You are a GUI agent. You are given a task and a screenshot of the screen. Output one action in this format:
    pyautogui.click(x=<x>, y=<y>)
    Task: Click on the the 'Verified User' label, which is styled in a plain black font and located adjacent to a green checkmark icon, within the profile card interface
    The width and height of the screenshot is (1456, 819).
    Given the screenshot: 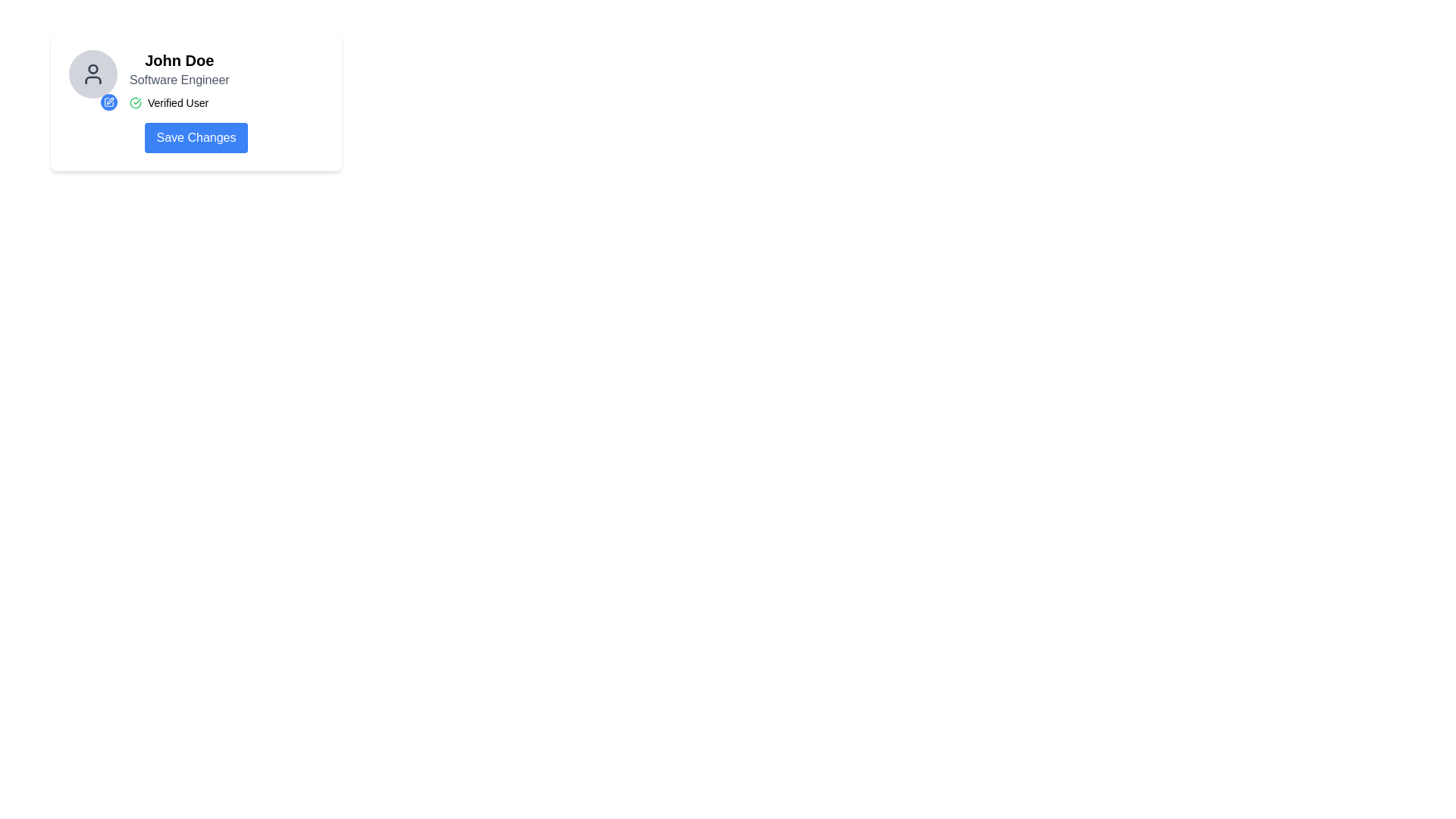 What is the action you would take?
    pyautogui.click(x=178, y=102)
    